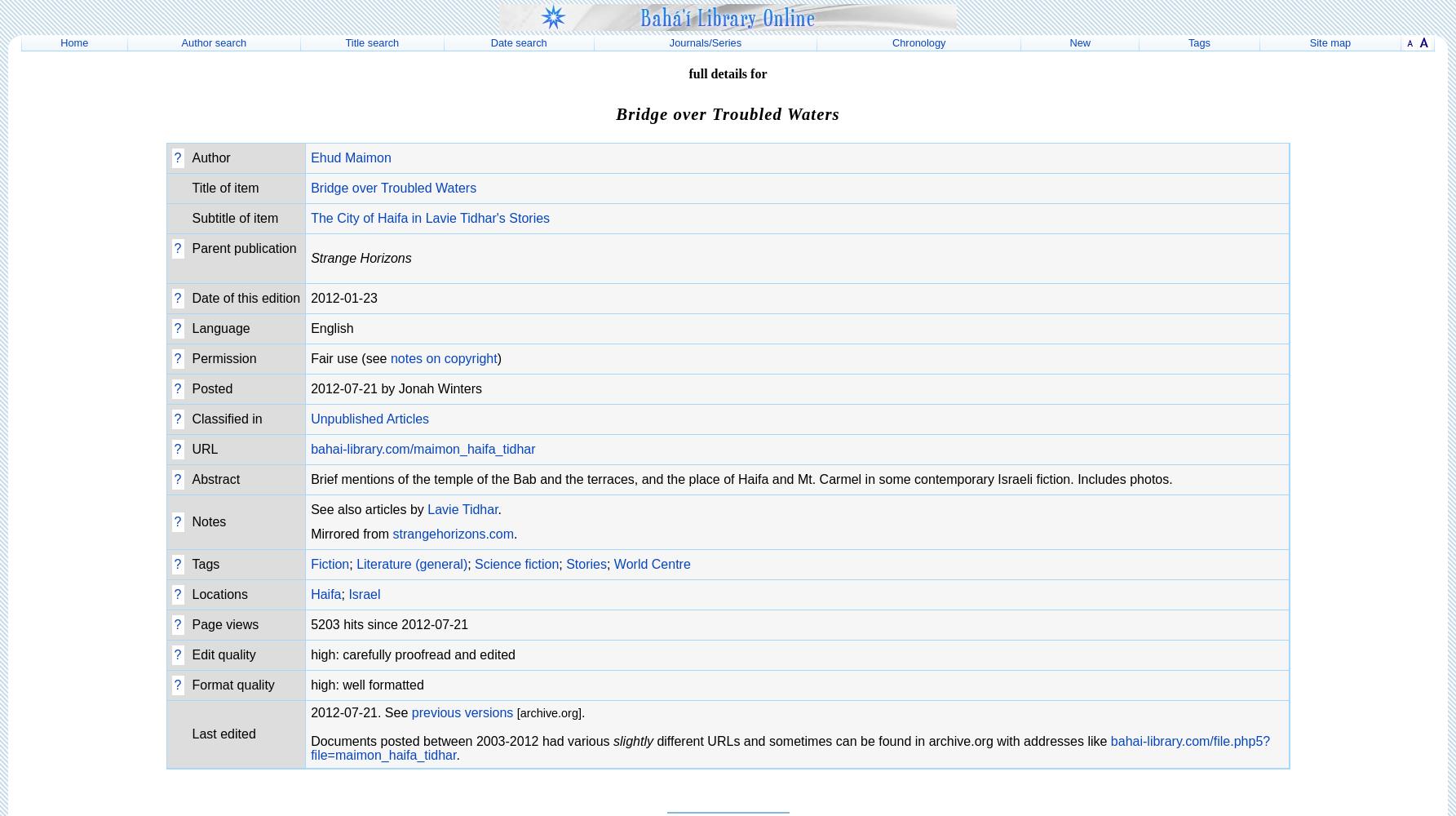 The image size is (1456, 816). What do you see at coordinates (220, 327) in the screenshot?
I see `'Language'` at bounding box center [220, 327].